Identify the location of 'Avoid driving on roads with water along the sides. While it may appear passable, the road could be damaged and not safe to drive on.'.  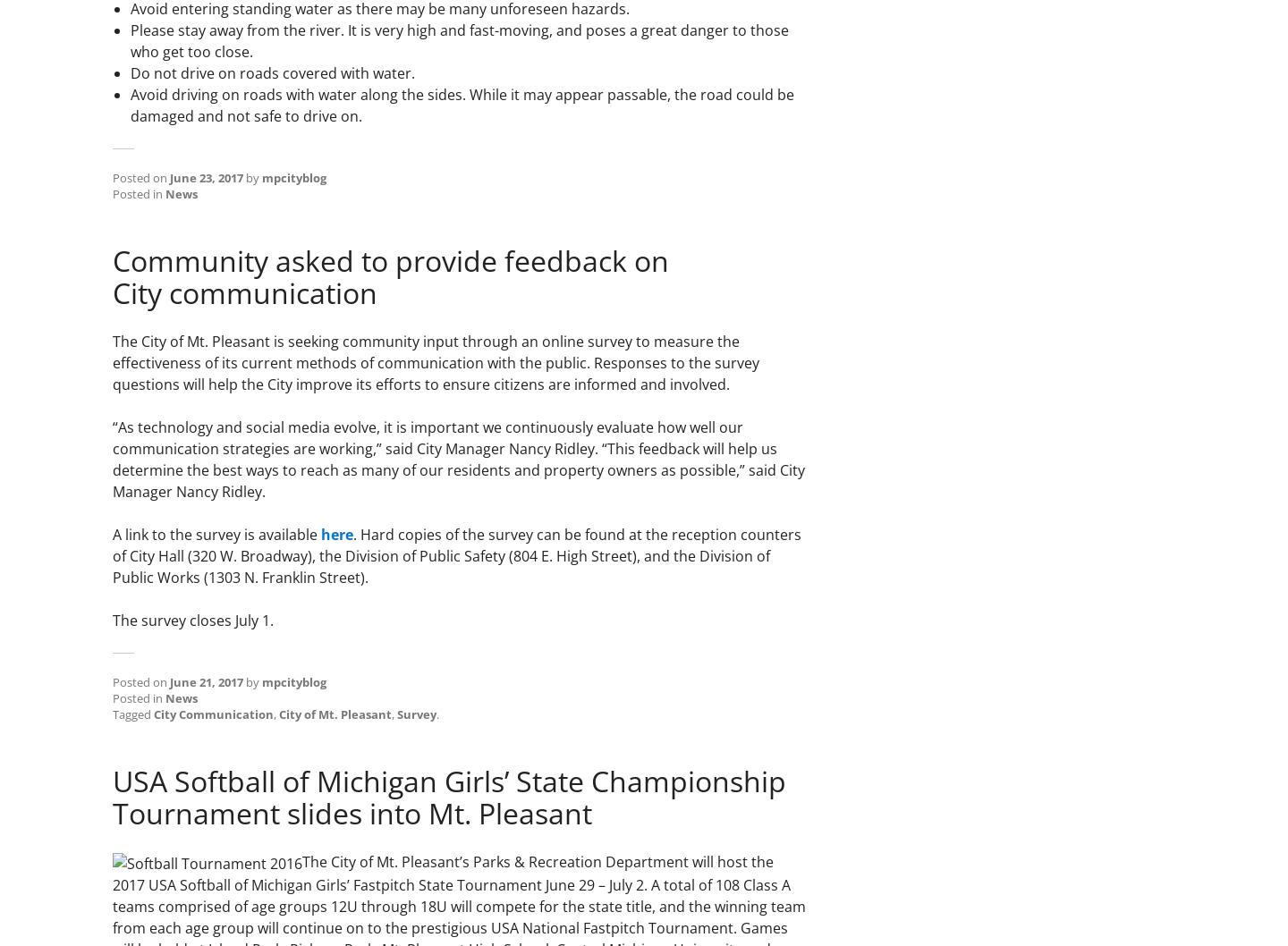
(461, 104).